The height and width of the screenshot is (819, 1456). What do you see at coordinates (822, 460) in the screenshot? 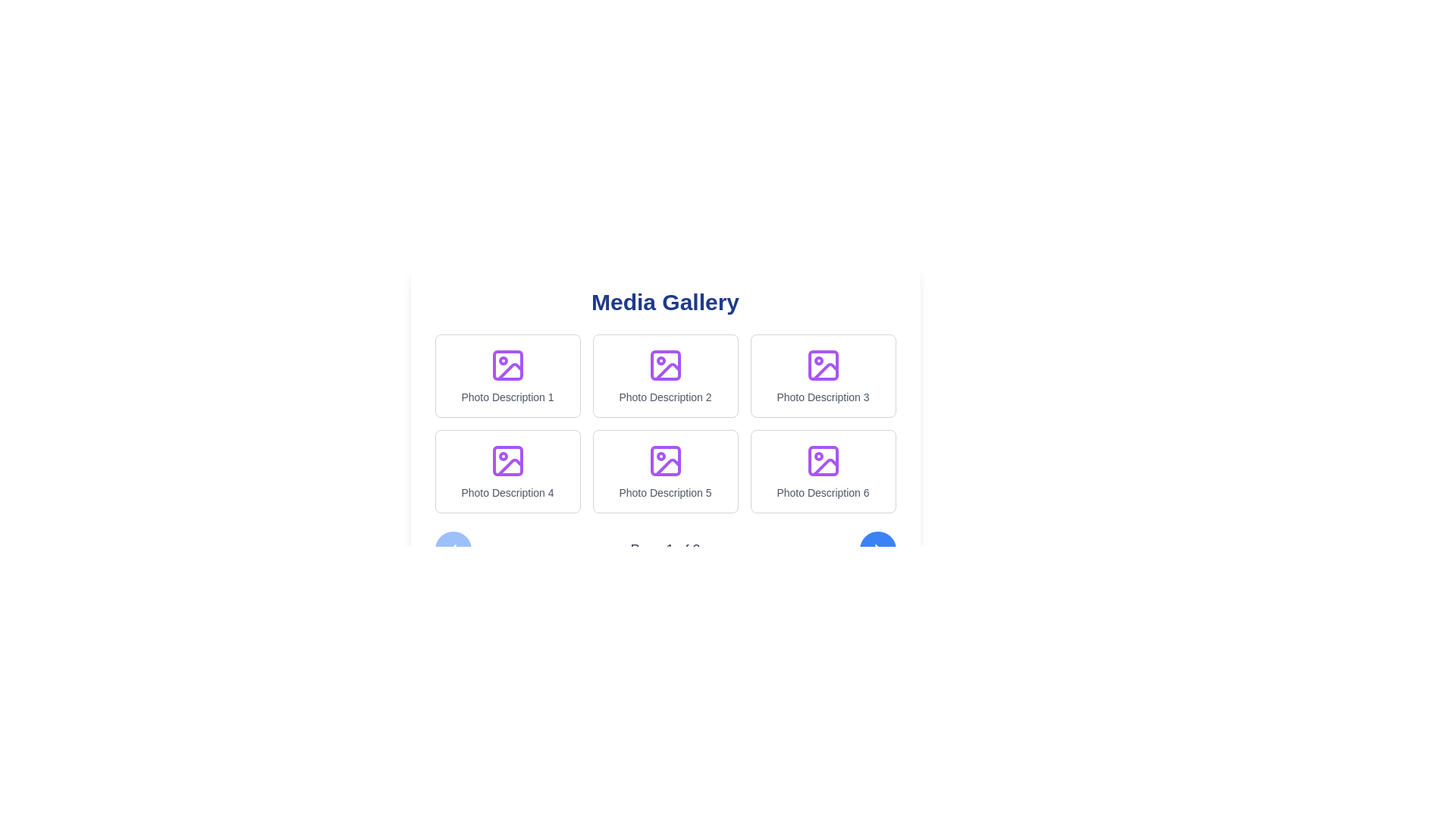
I see `the decorative graphical component located in the bottom-right icon of the grid under the 'Photo Description 6' label` at bounding box center [822, 460].